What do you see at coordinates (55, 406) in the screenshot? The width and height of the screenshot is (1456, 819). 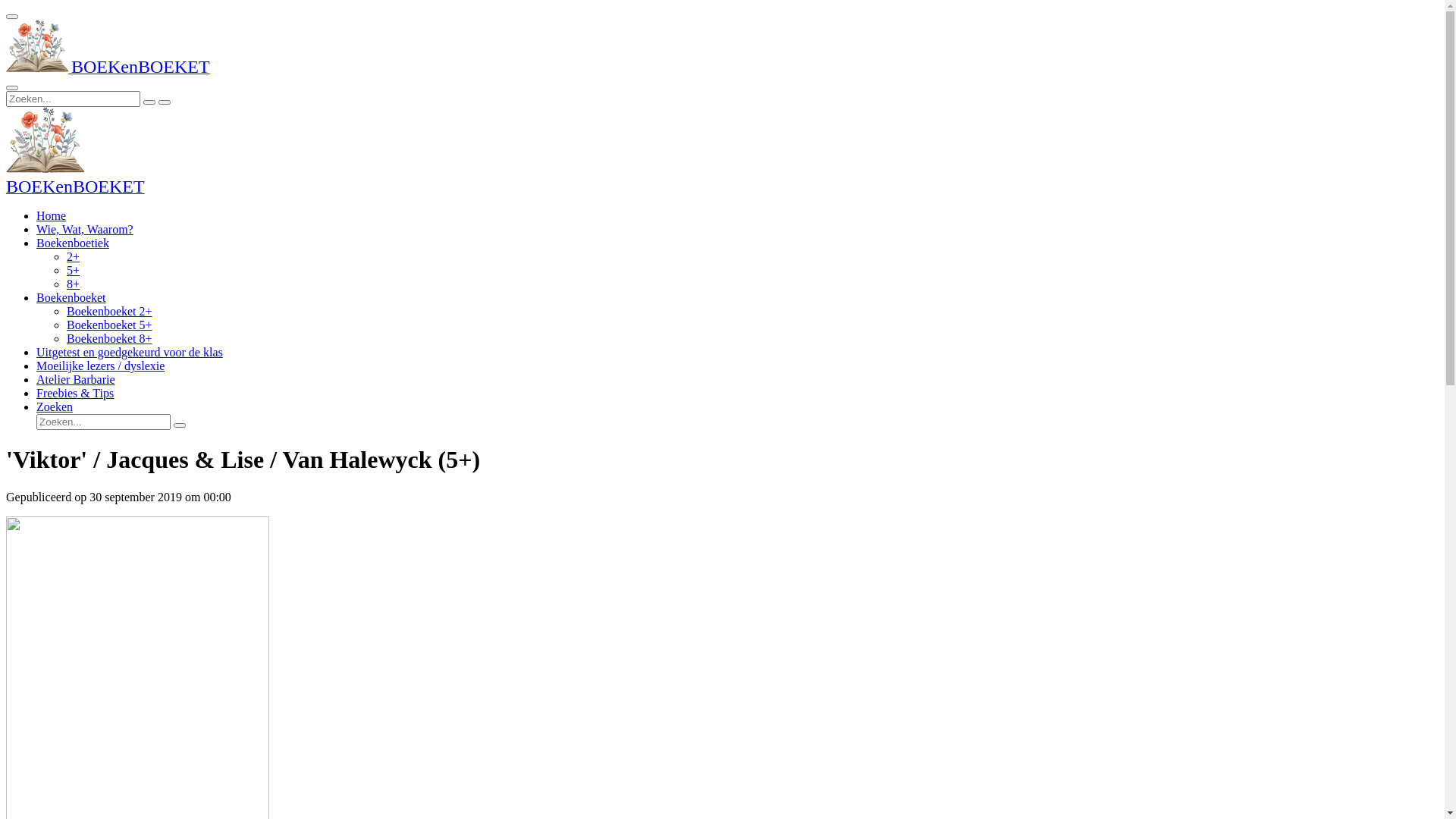 I see `'Zoeken'` at bounding box center [55, 406].